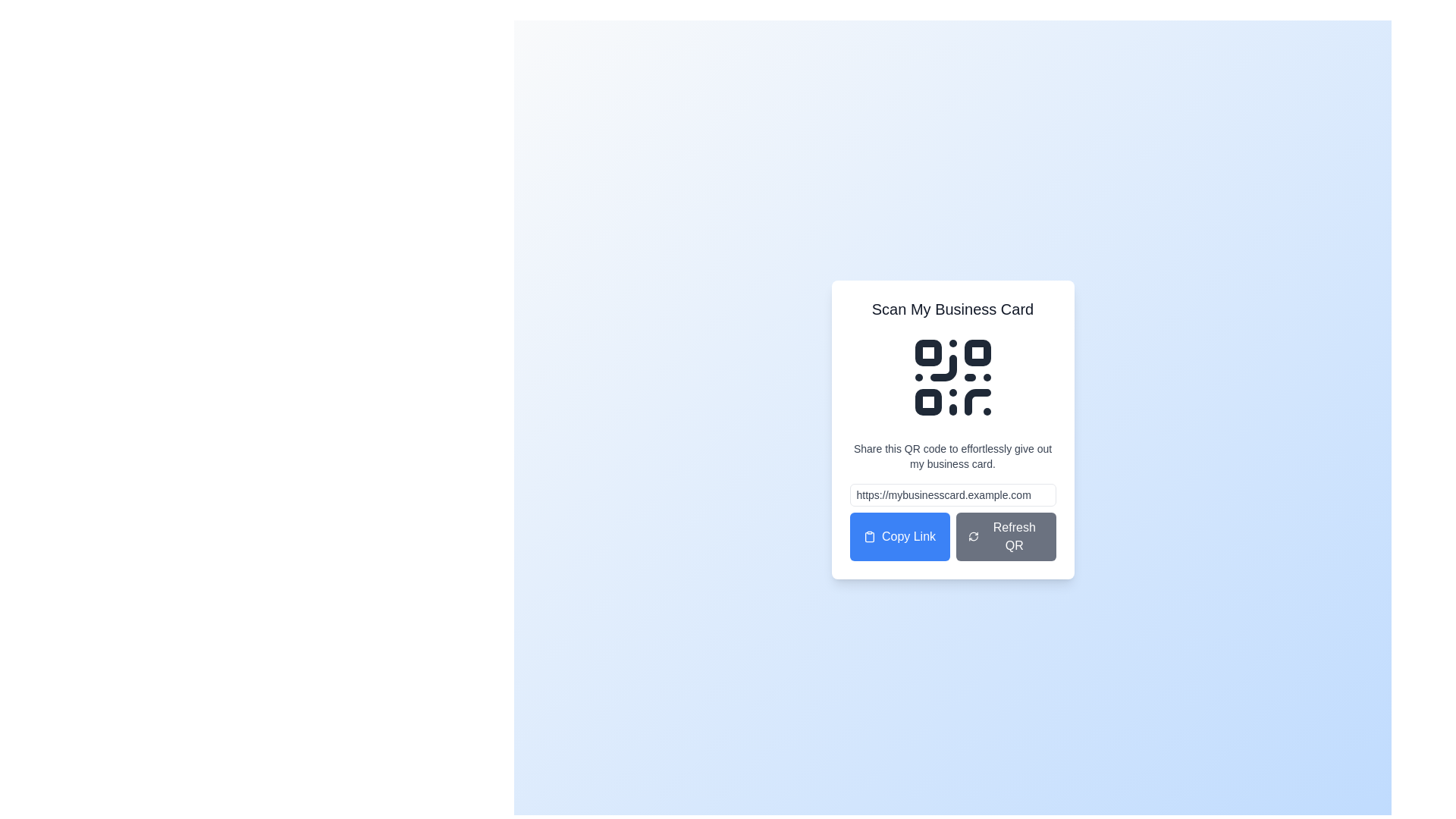 The height and width of the screenshot is (819, 1456). I want to click on the text display field that shows 'https://mybusinesscard.example.com', so click(952, 494).